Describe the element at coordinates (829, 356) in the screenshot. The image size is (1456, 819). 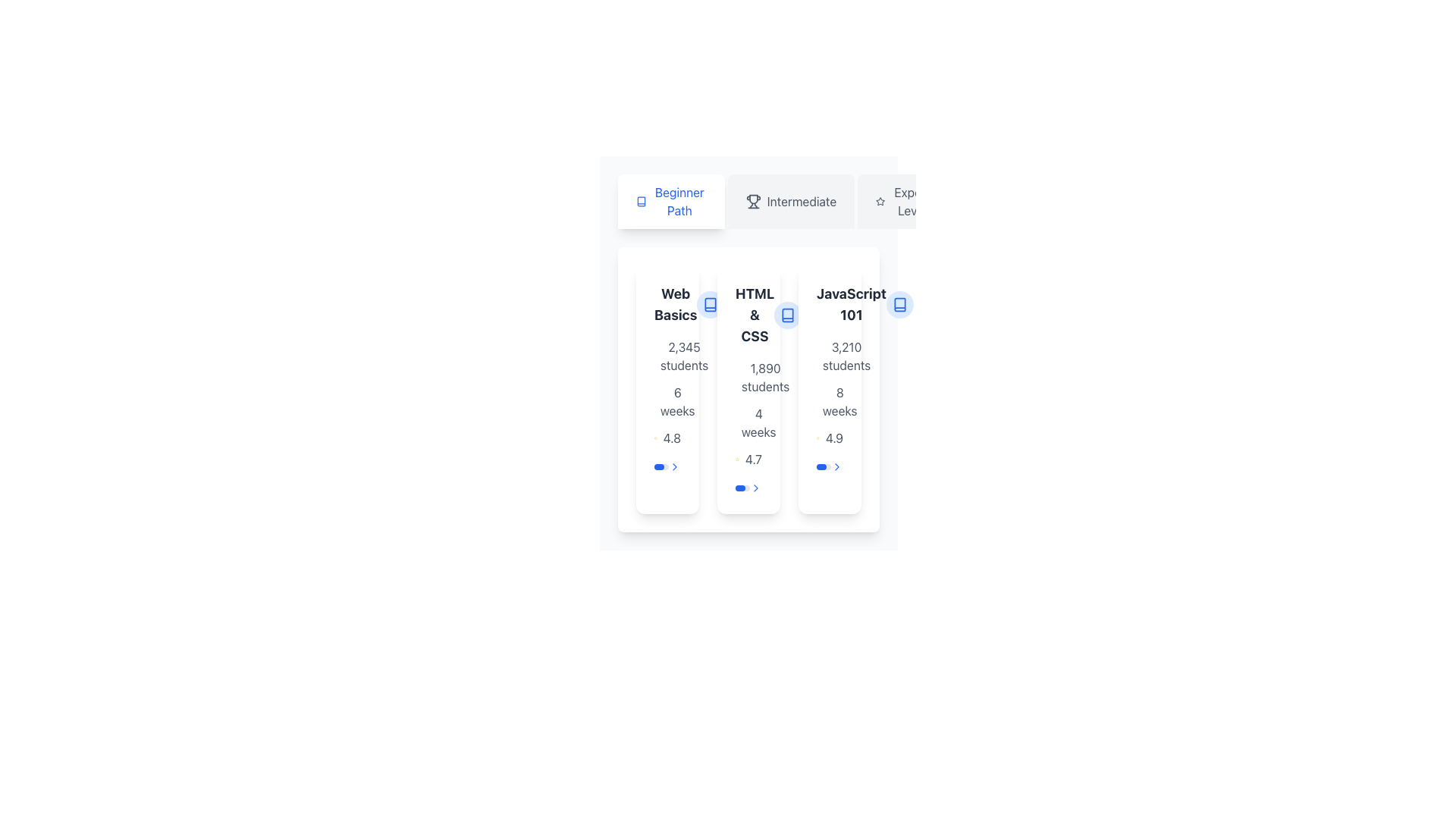
I see `the text label displaying '3,210 students' accompanied by a users icon, located within the 'JavaScript 101' course box` at that location.